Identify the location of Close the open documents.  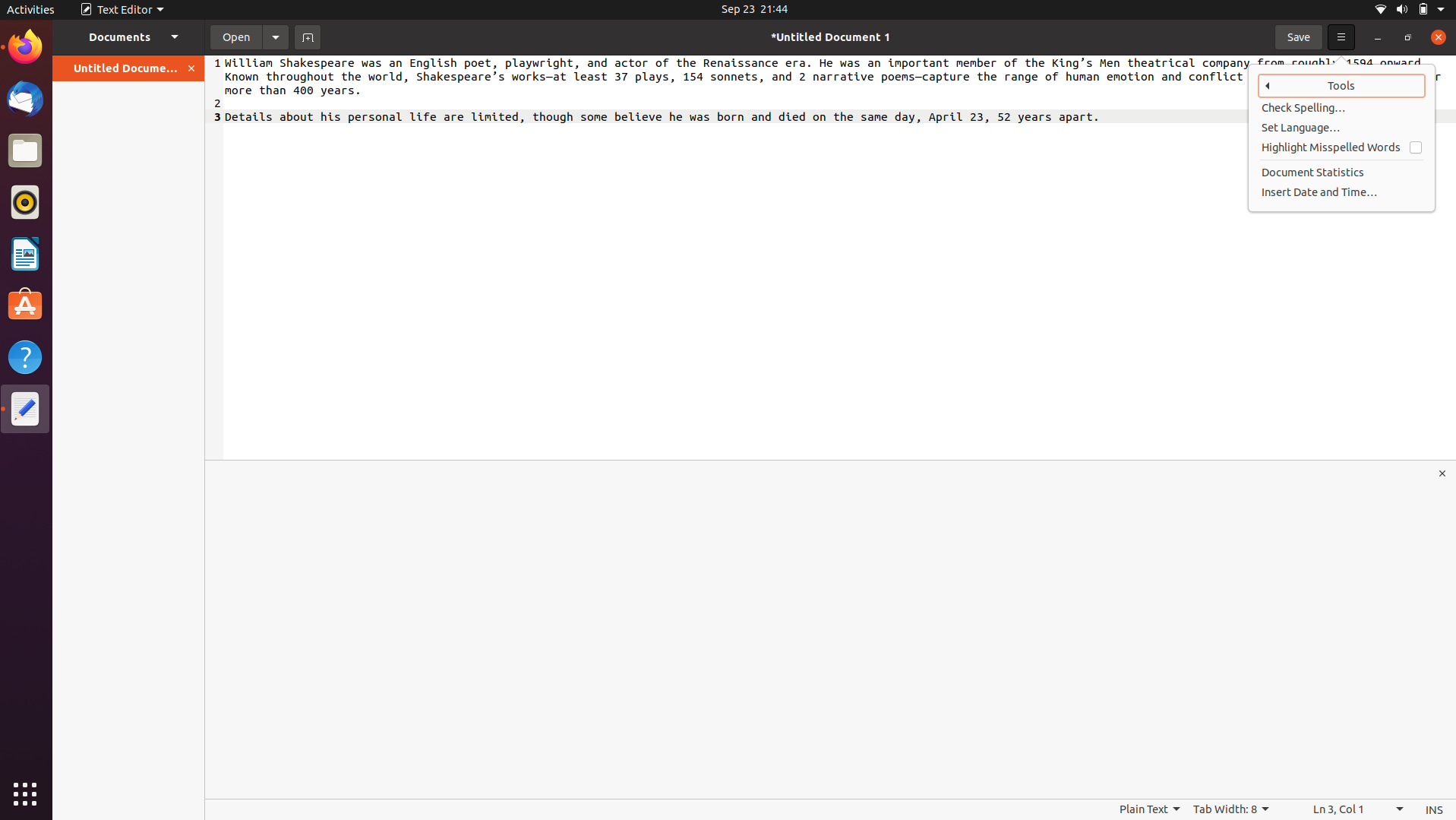
(191, 68).